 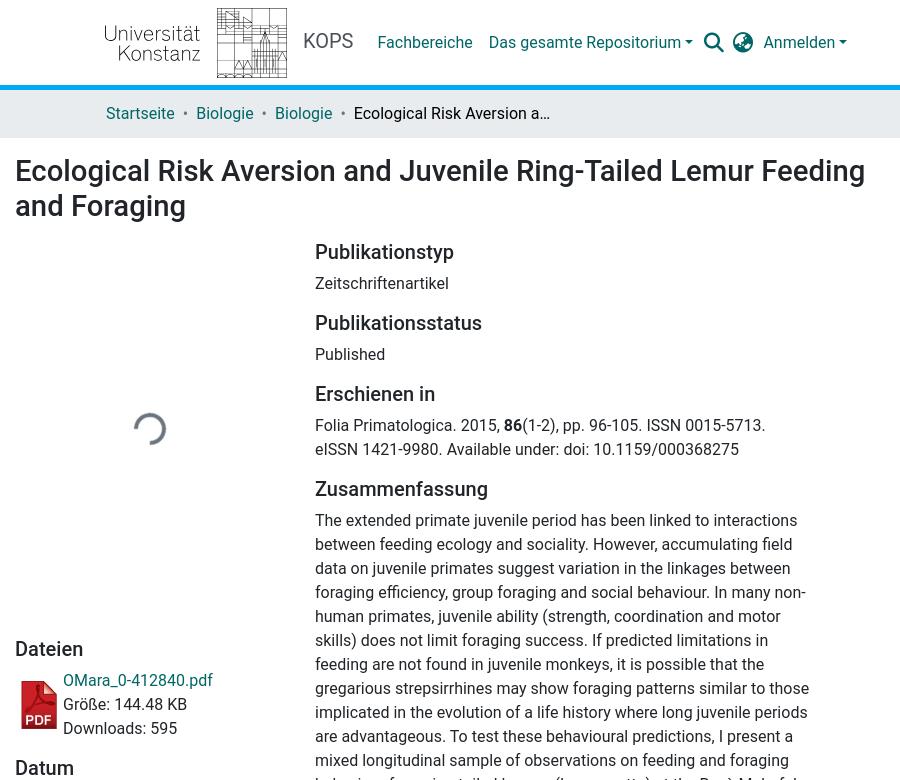 I want to click on 'Dateien', so click(x=47, y=649).